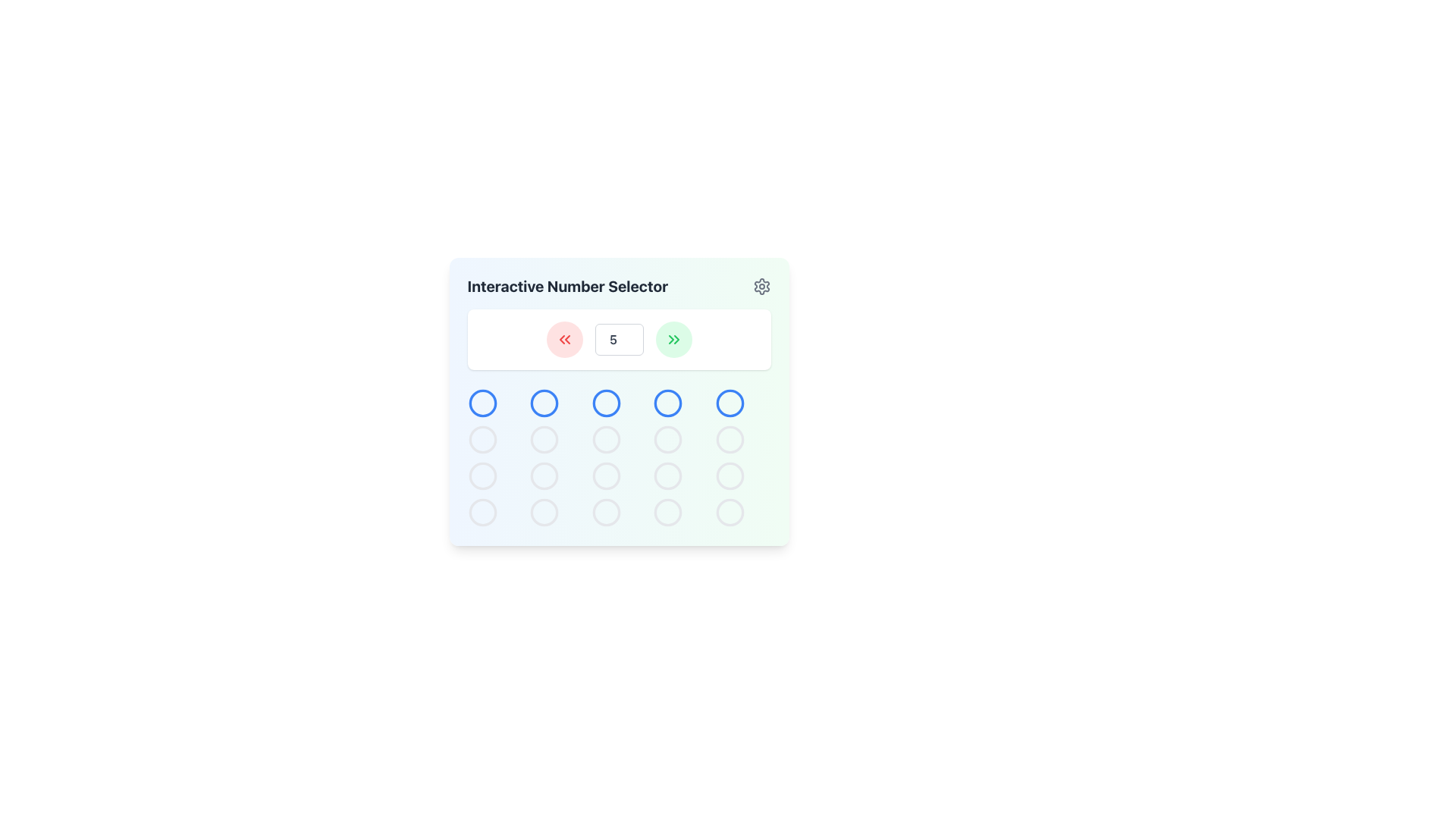  What do you see at coordinates (673, 338) in the screenshot?
I see `the rightward double-chevron button with a green stroke in the Interactive Number Selector` at bounding box center [673, 338].